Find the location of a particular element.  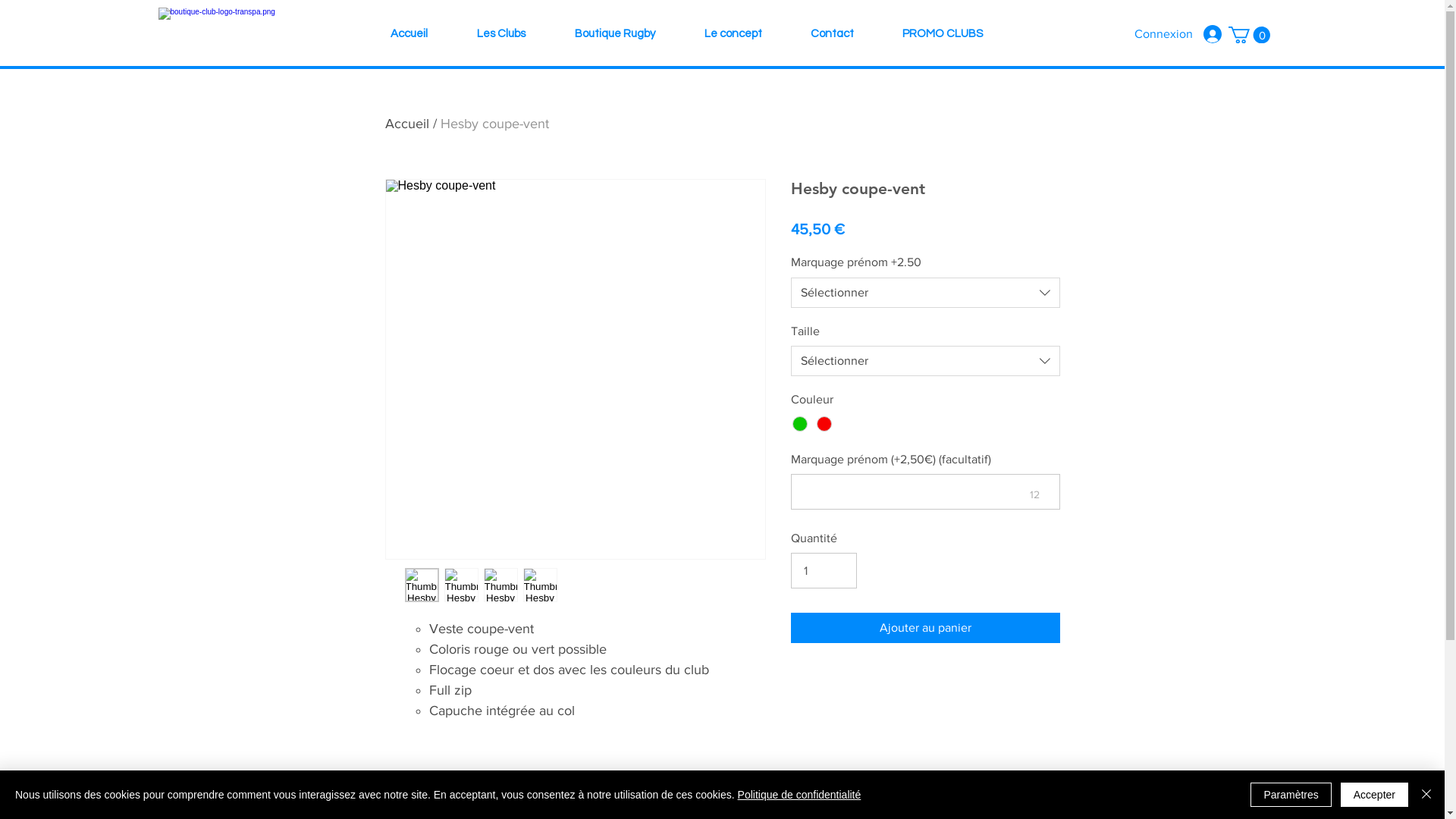

'Accueil' is located at coordinates (408, 34).